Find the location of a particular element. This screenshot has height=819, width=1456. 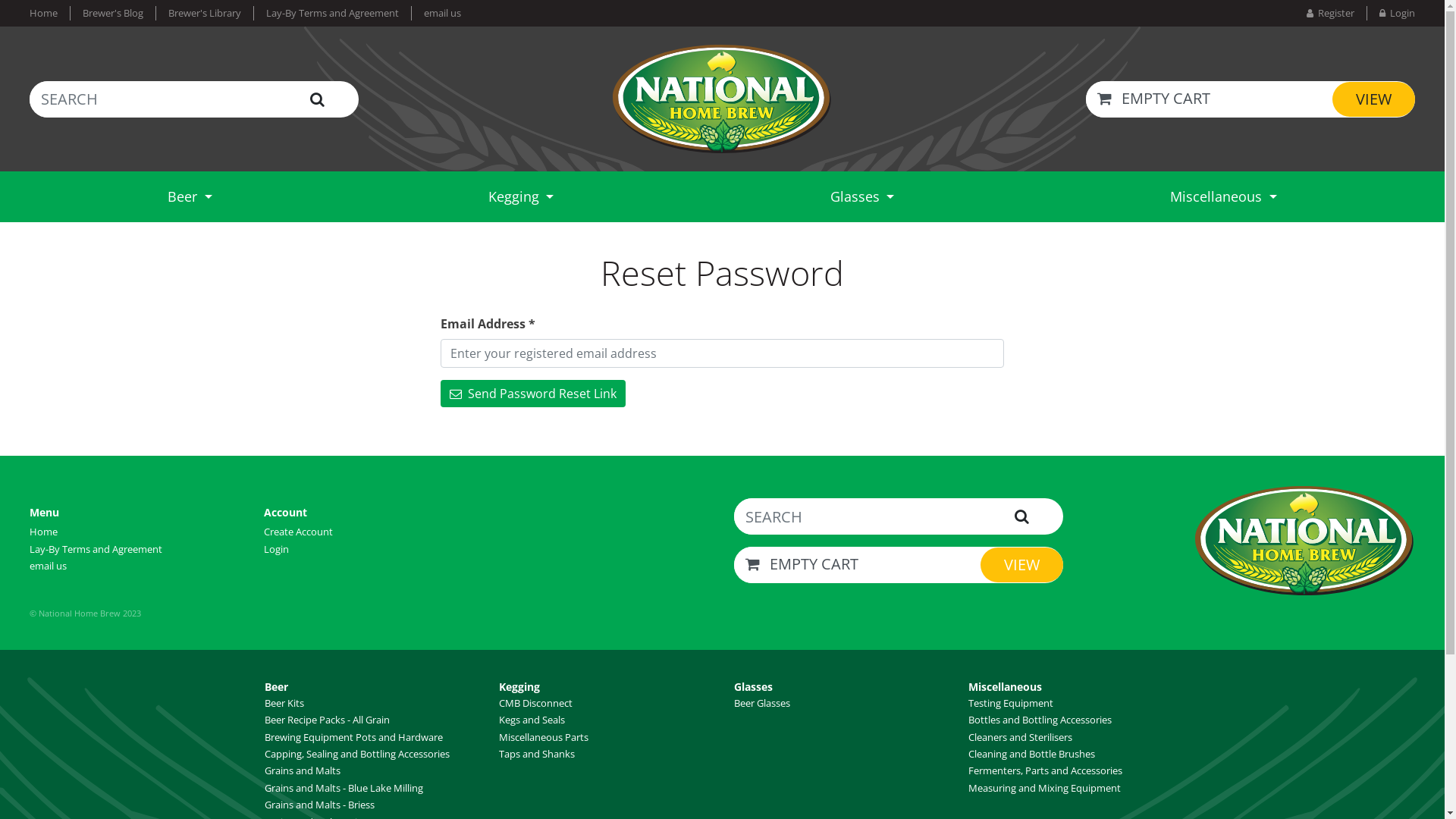

'email us' is located at coordinates (435, 13).